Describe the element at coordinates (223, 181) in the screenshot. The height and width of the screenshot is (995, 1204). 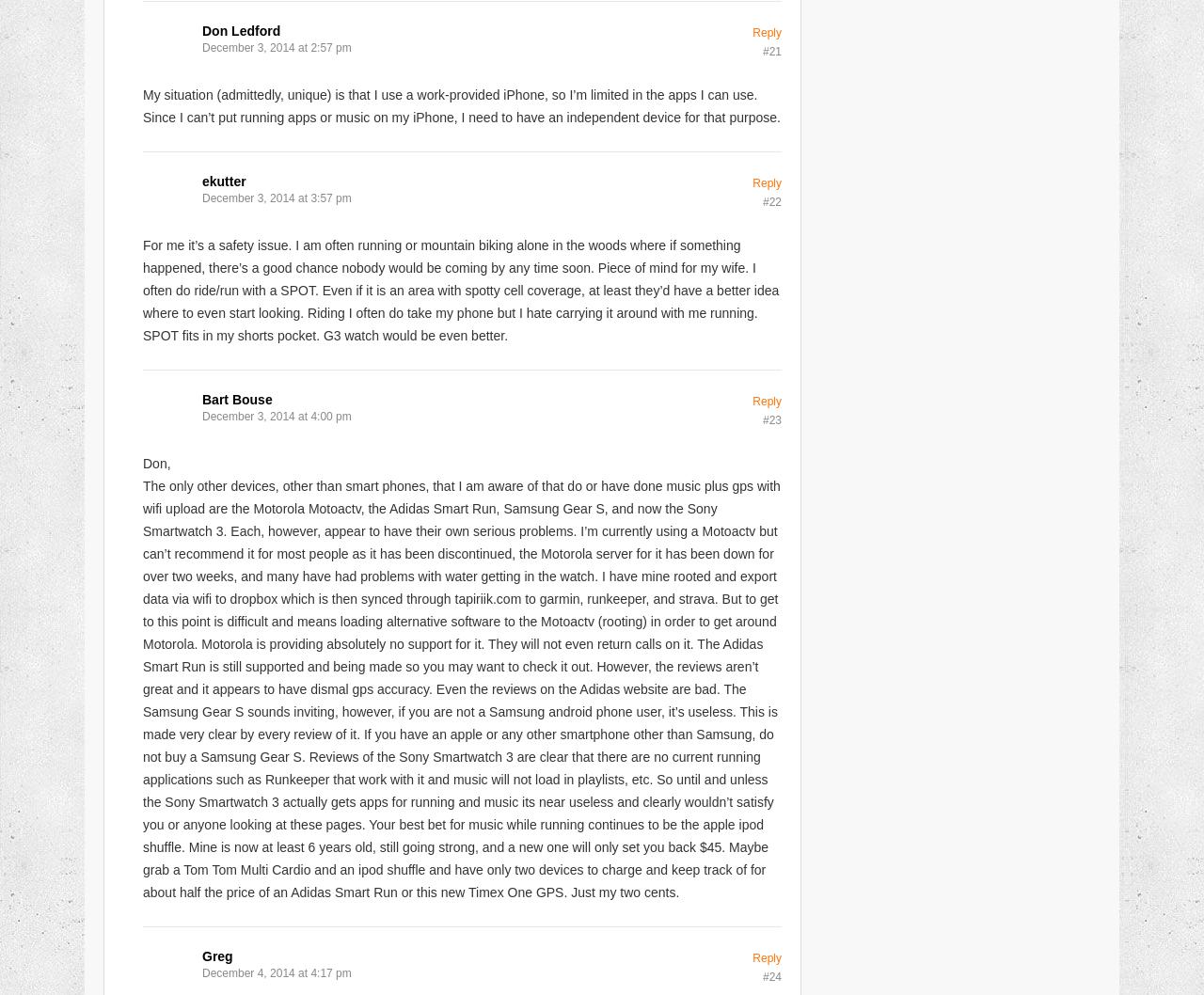
I see `'ekutter'` at that location.